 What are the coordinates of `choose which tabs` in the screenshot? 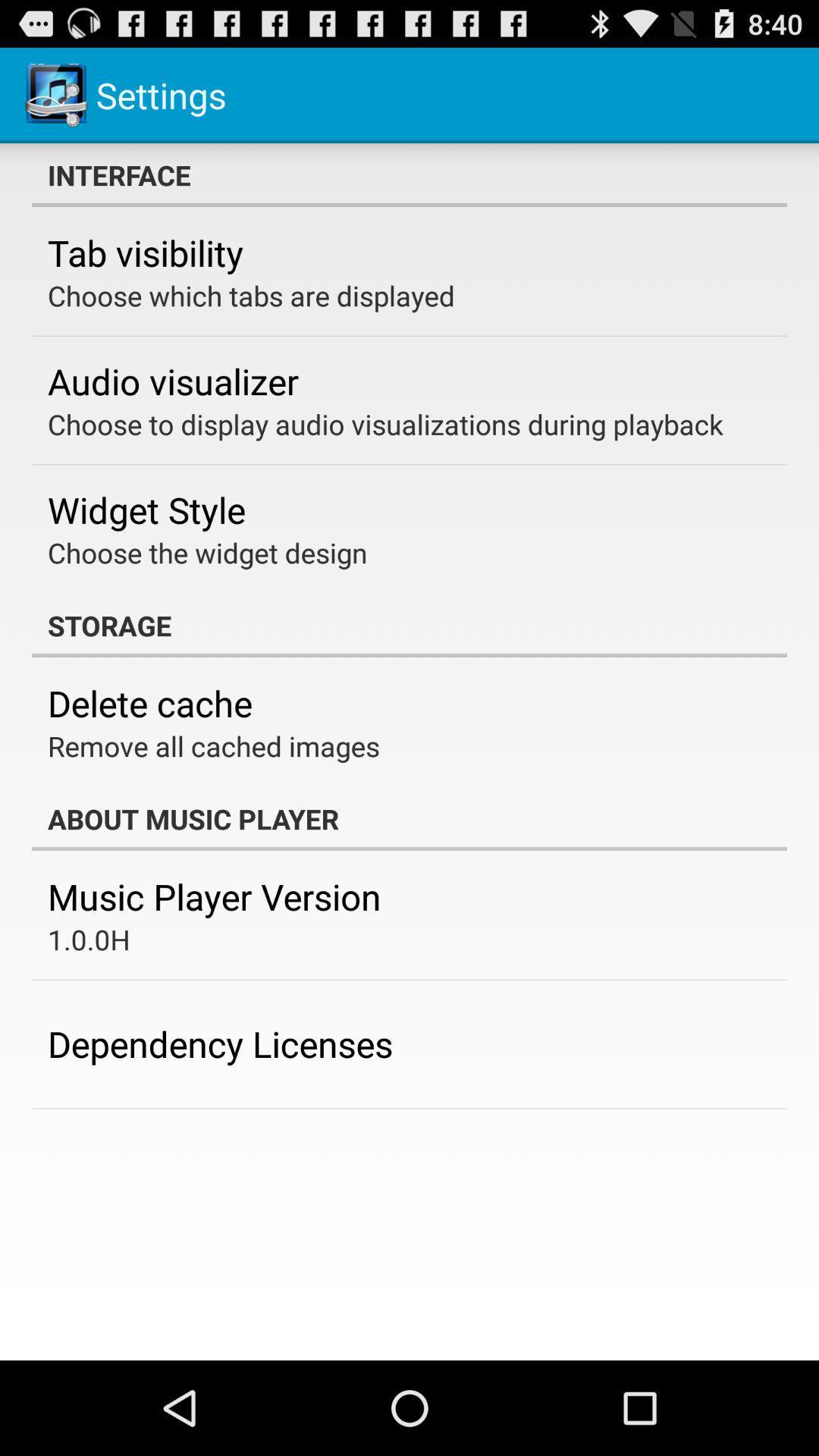 It's located at (250, 295).